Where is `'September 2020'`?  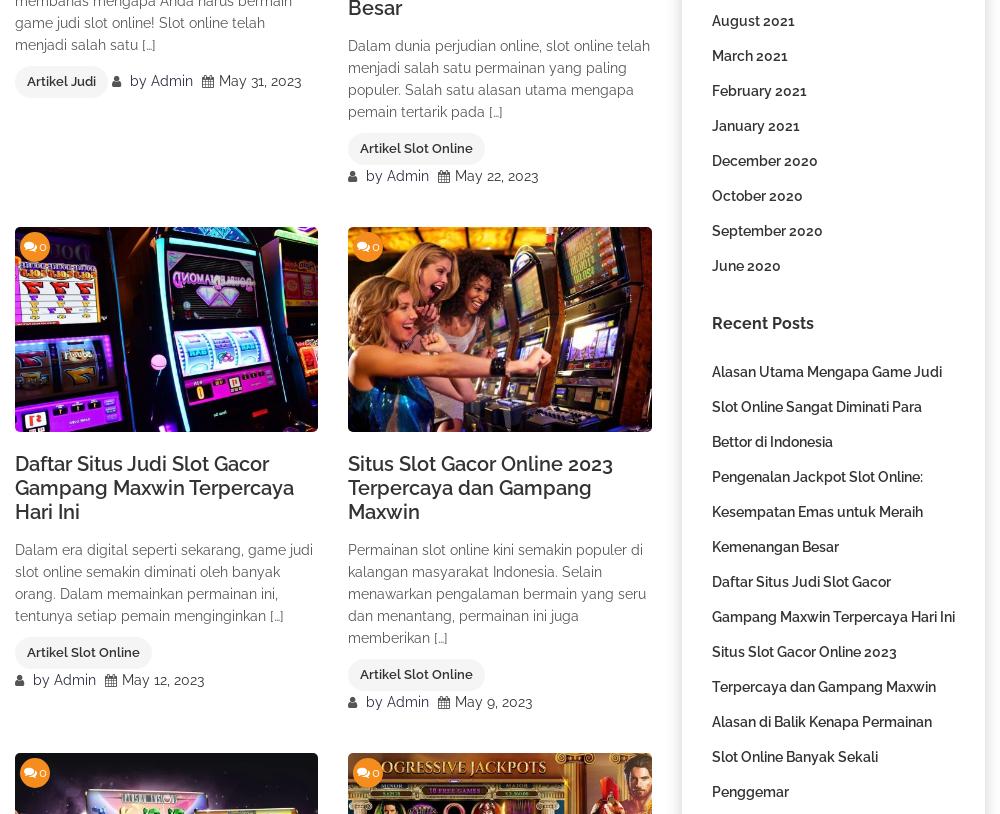
'September 2020' is located at coordinates (766, 230).